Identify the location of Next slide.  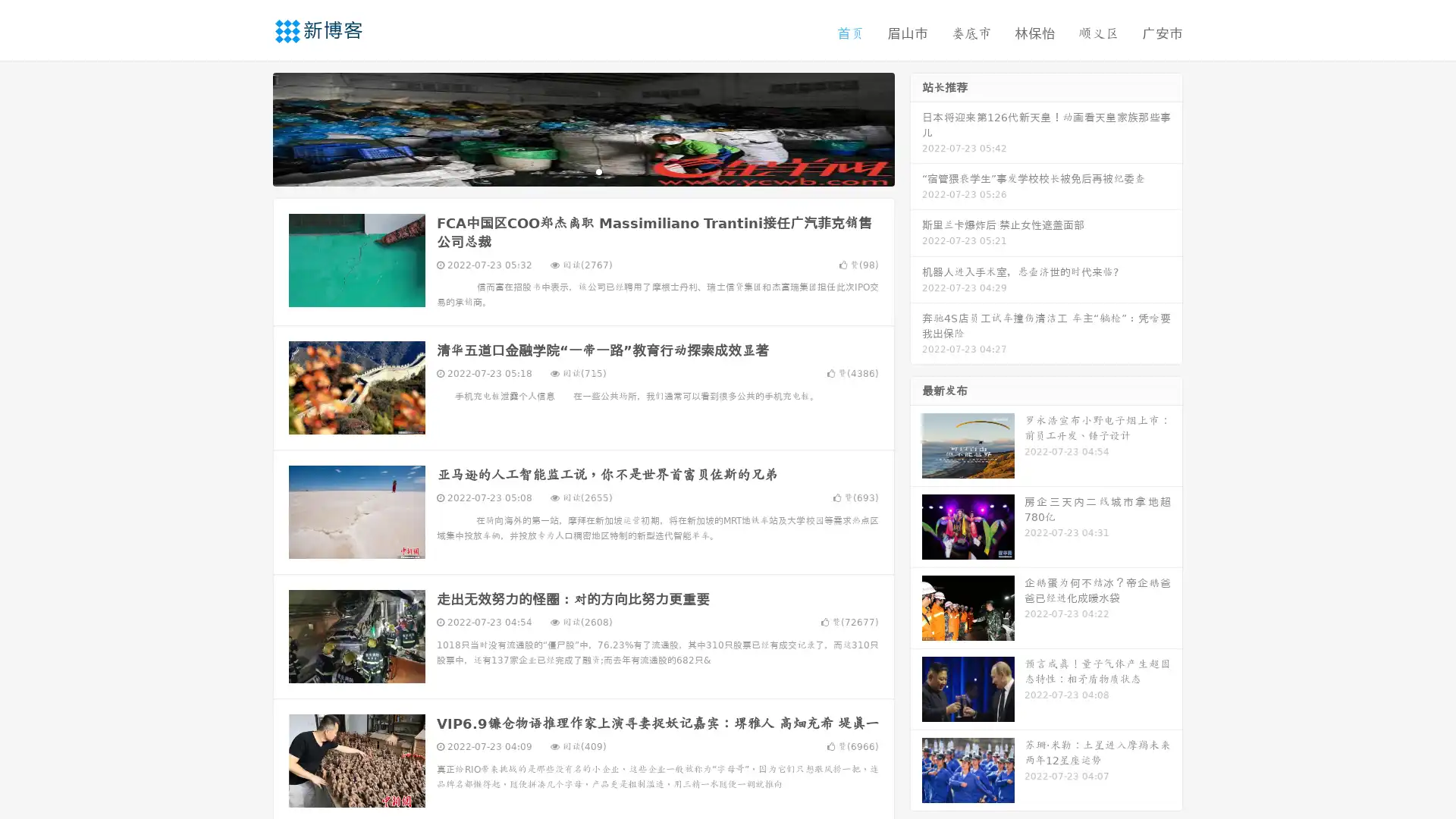
(916, 127).